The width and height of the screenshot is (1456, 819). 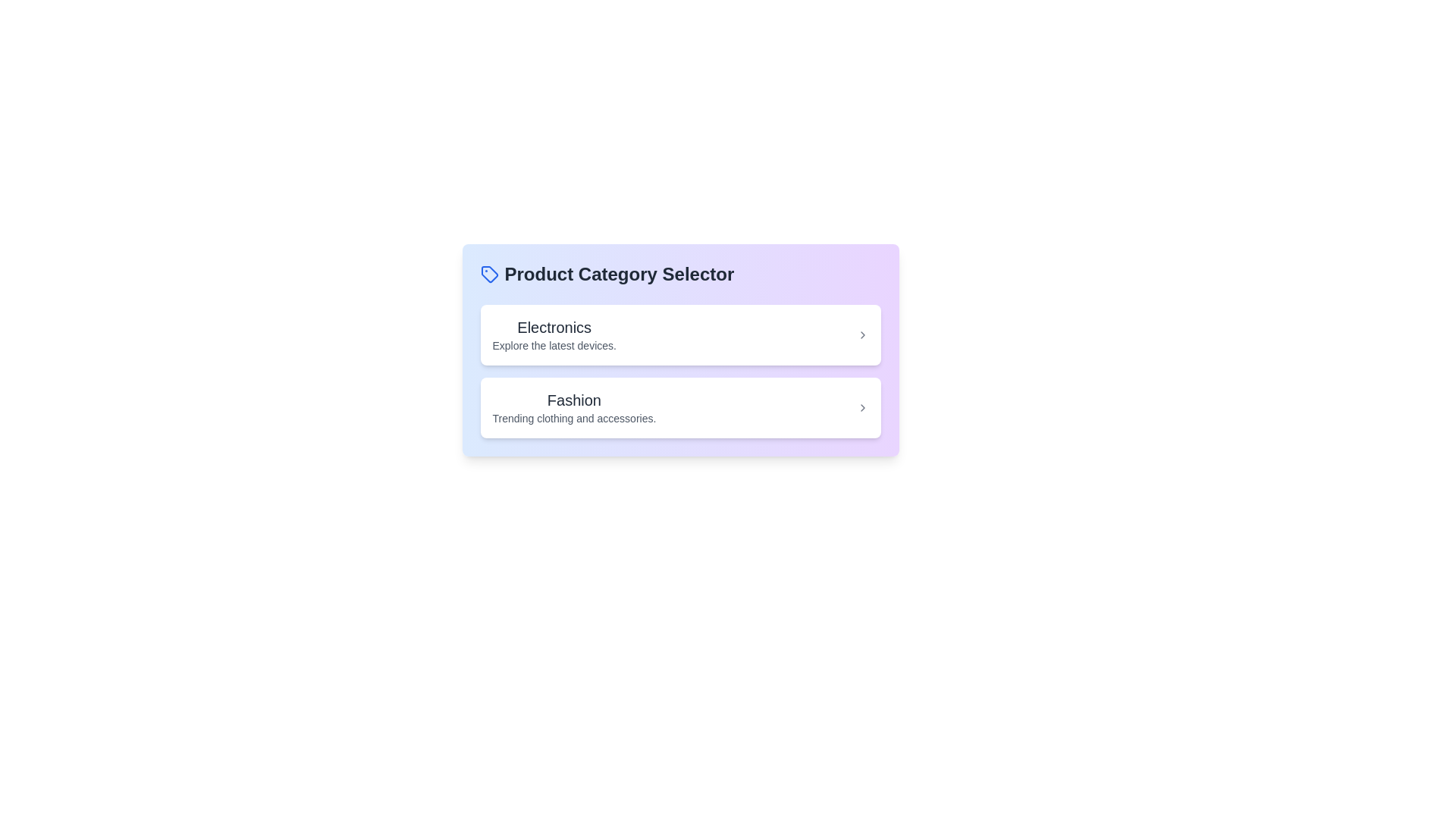 What do you see at coordinates (573, 418) in the screenshot?
I see `the Text Label that provides descriptive information about the 'Fashion' category, located within the second card below the title 'Fashion'` at bounding box center [573, 418].